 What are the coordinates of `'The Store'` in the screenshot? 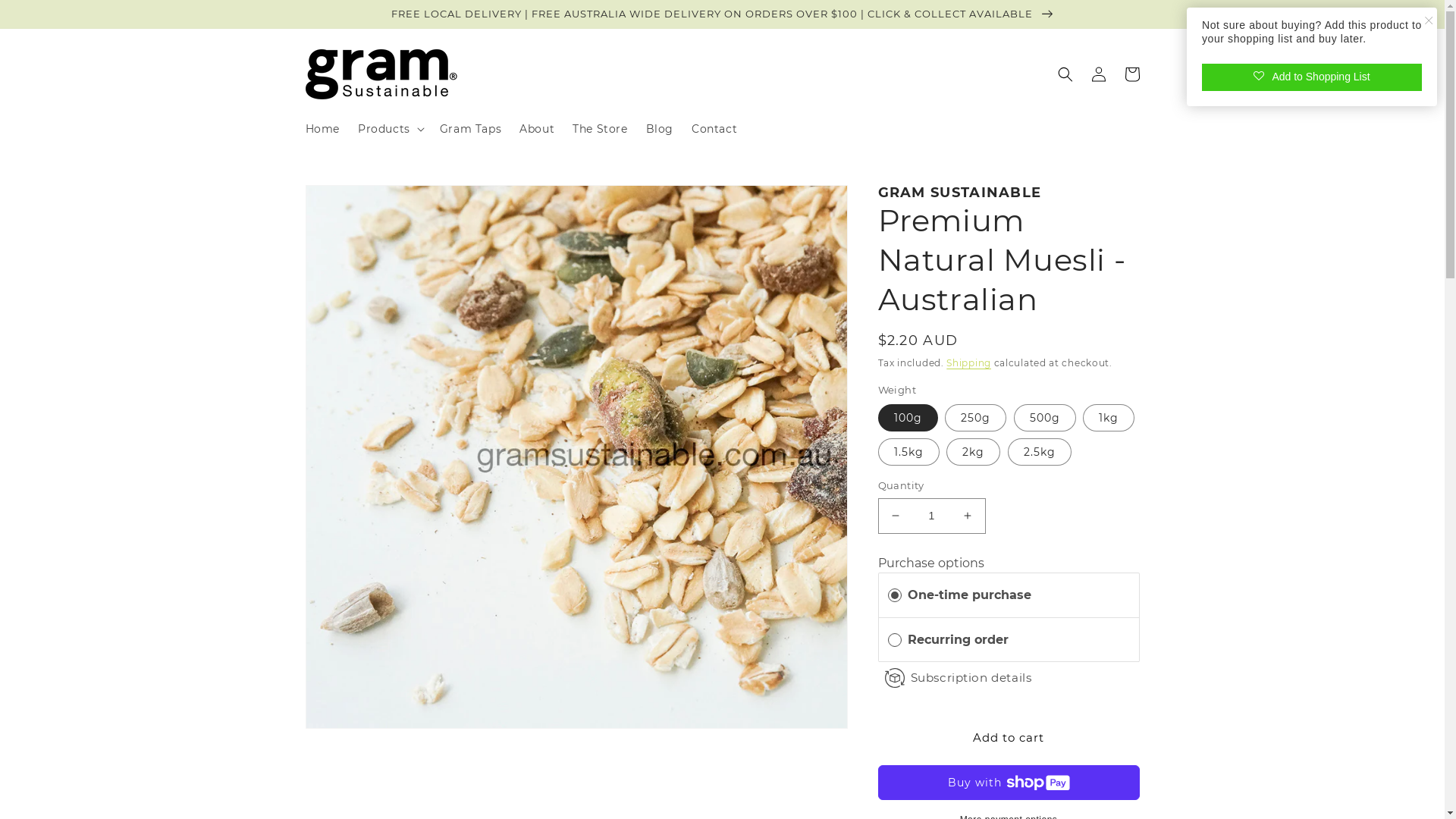 It's located at (599, 127).